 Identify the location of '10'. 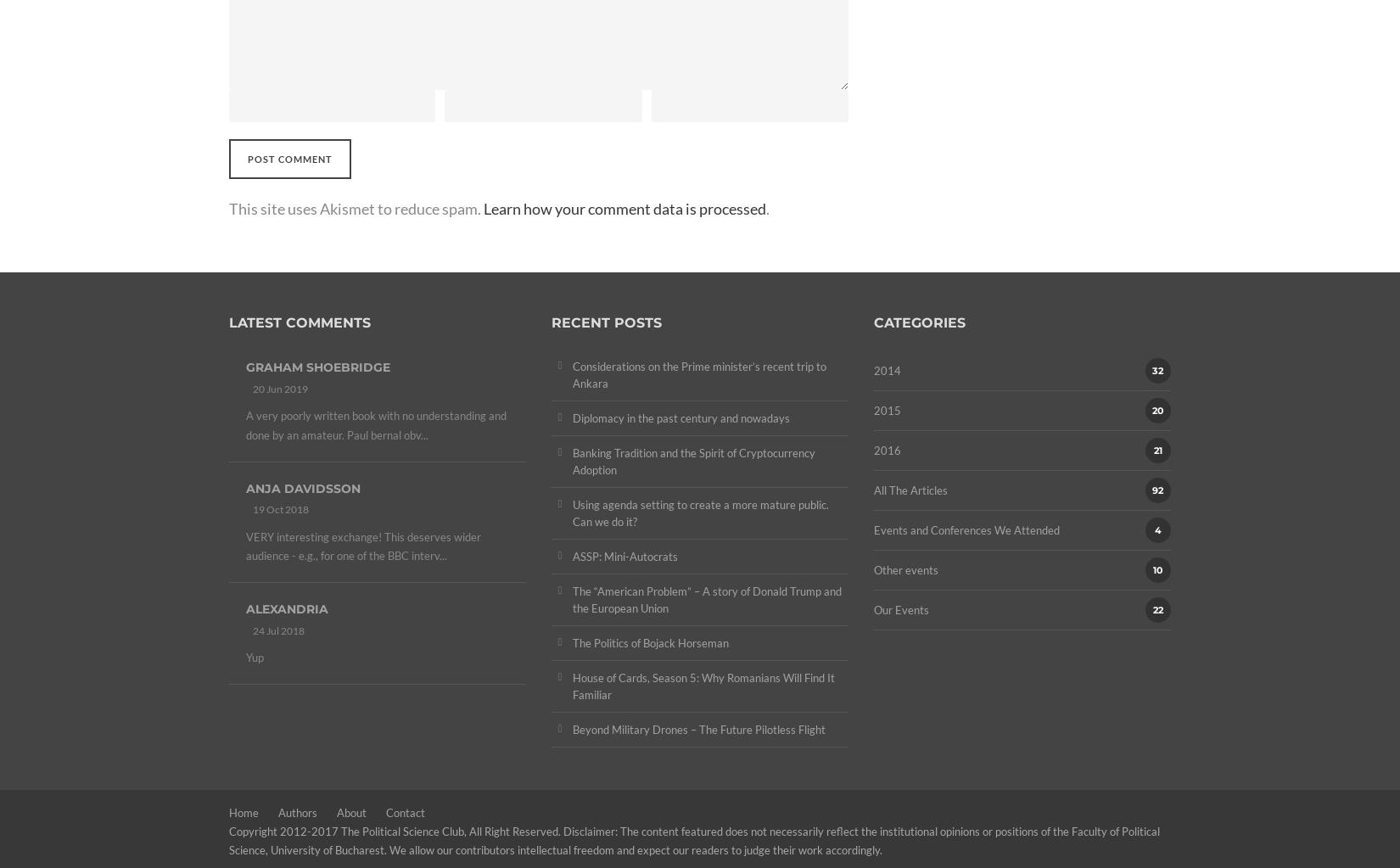
(1156, 569).